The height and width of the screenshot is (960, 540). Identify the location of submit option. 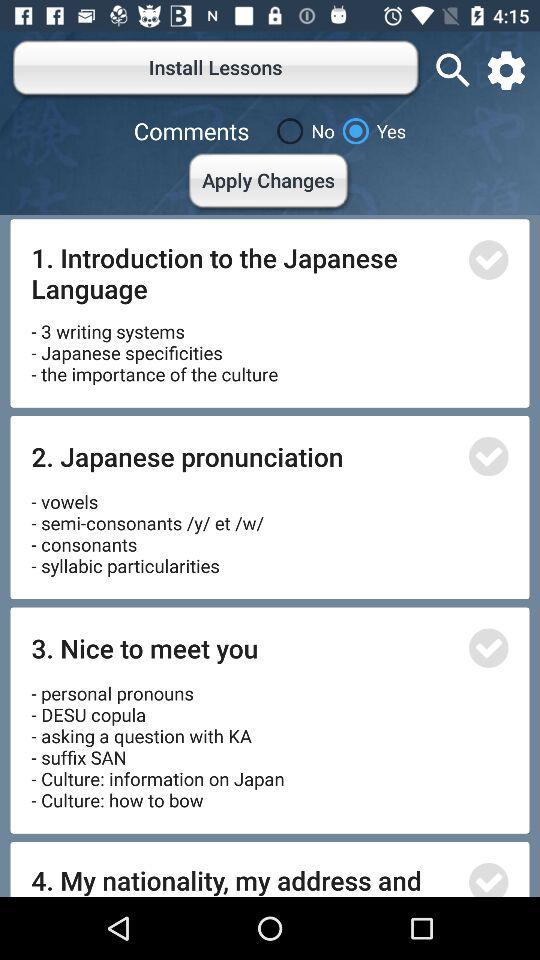
(487, 647).